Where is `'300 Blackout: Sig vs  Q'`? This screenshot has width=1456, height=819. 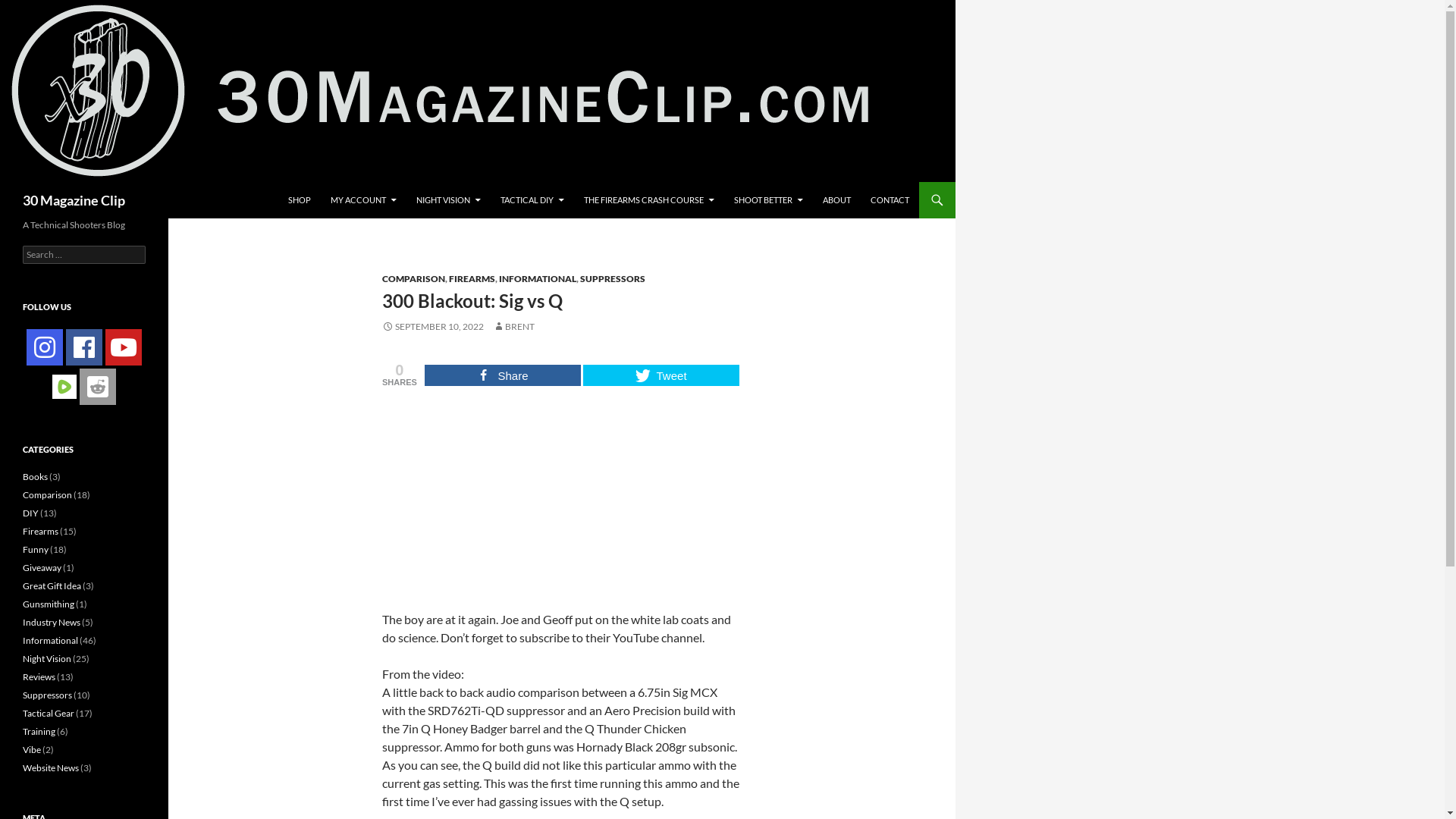
'300 Blackout: Sig vs  Q' is located at coordinates (560, 497).